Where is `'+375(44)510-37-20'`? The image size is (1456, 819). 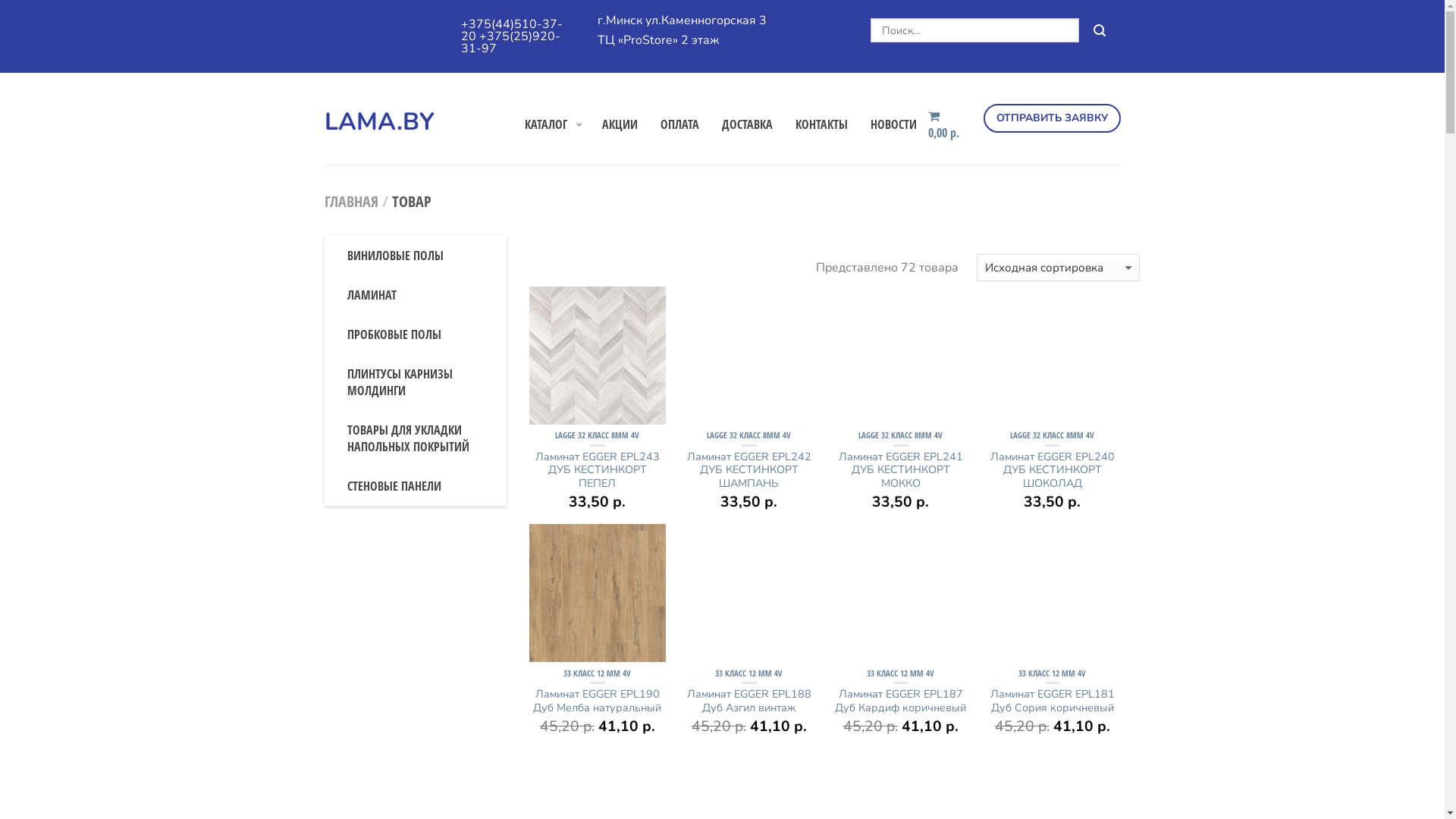
'+375(44)510-37-20' is located at coordinates (512, 30).